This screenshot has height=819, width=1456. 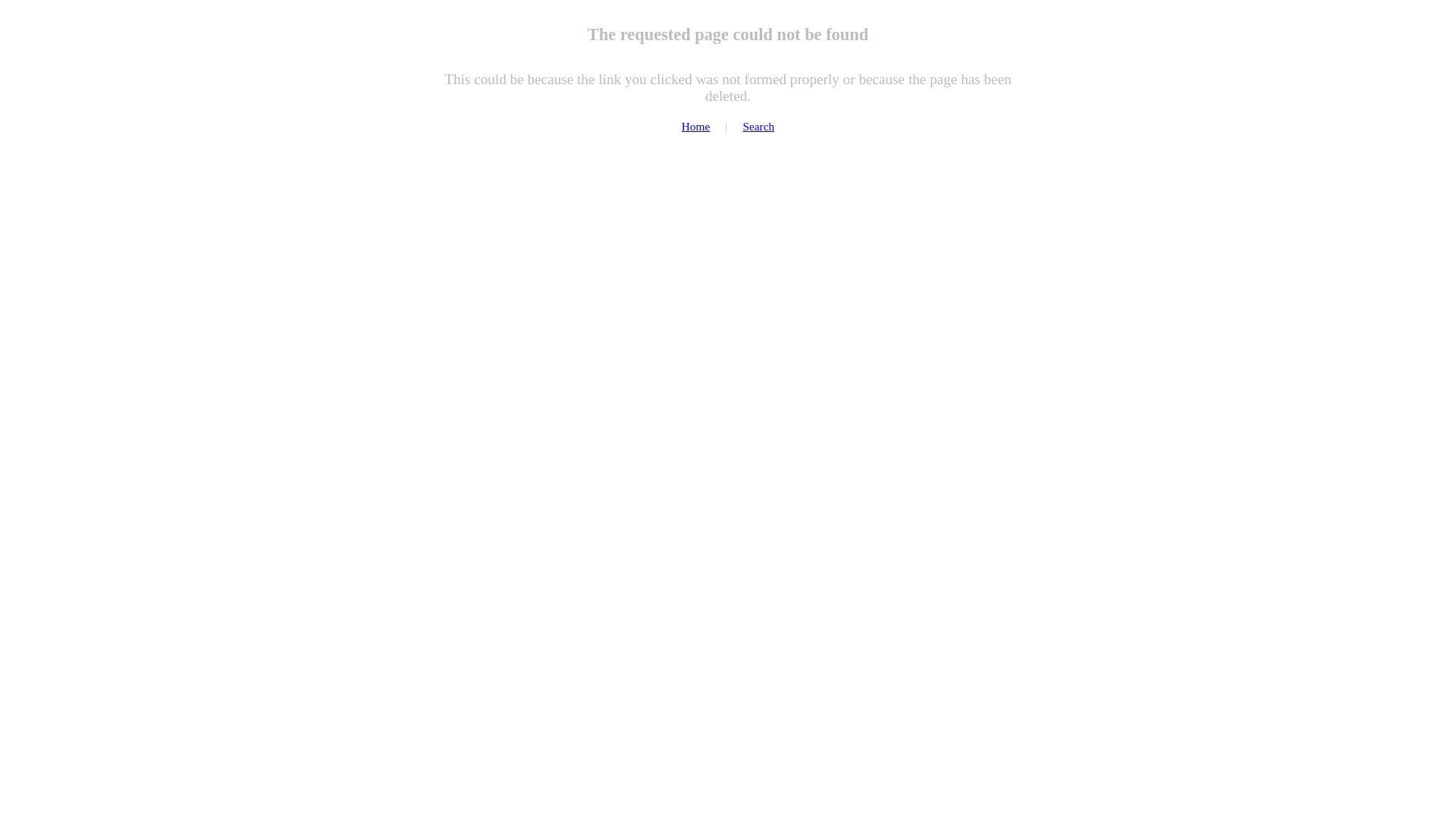 What do you see at coordinates (680, 125) in the screenshot?
I see `'Home'` at bounding box center [680, 125].